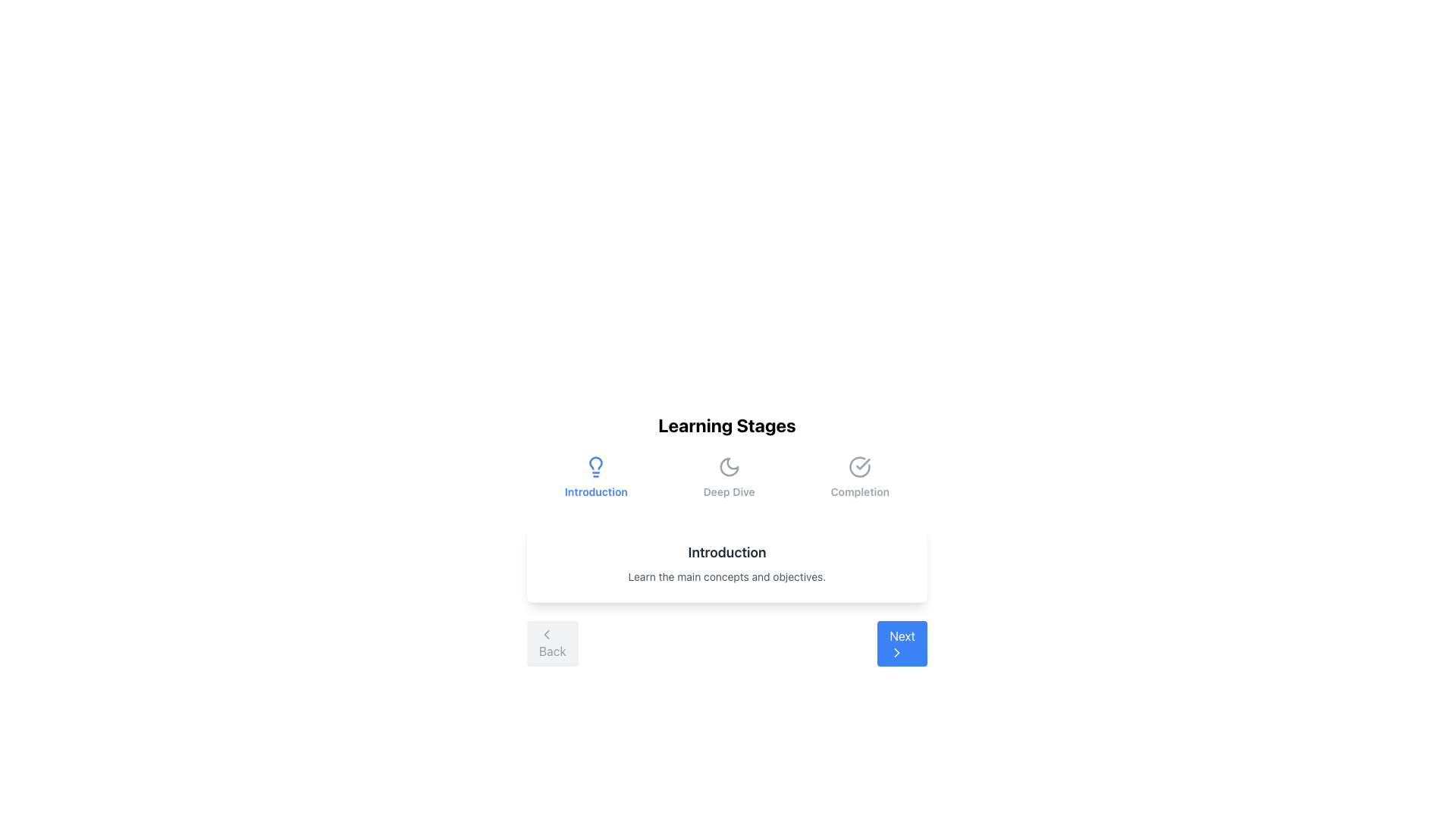  Describe the element at coordinates (897, 651) in the screenshot. I see `the 'Next' button located at the bottom right of the interface` at that location.